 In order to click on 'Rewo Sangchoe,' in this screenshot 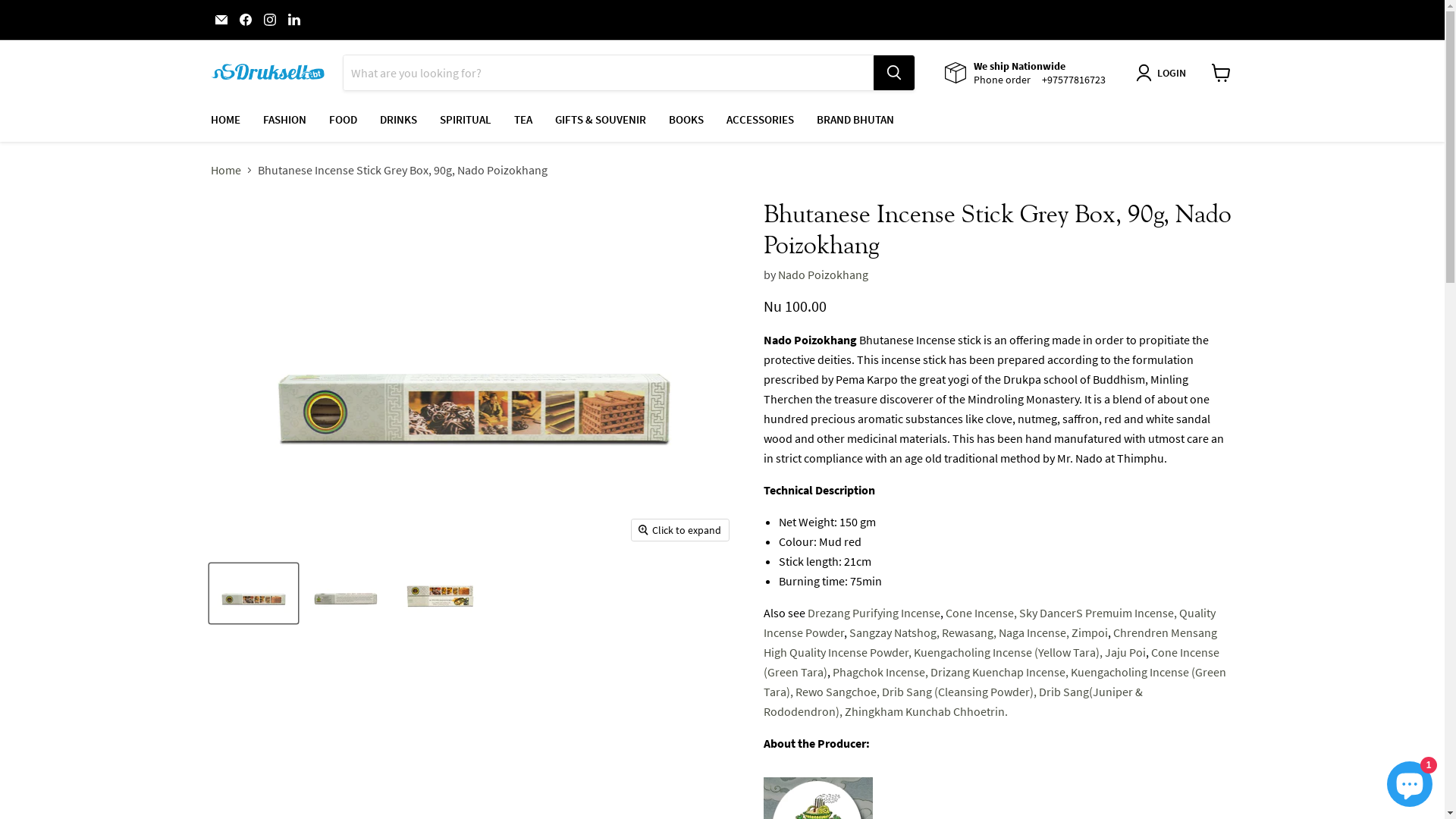, I will do `click(836, 691)`.